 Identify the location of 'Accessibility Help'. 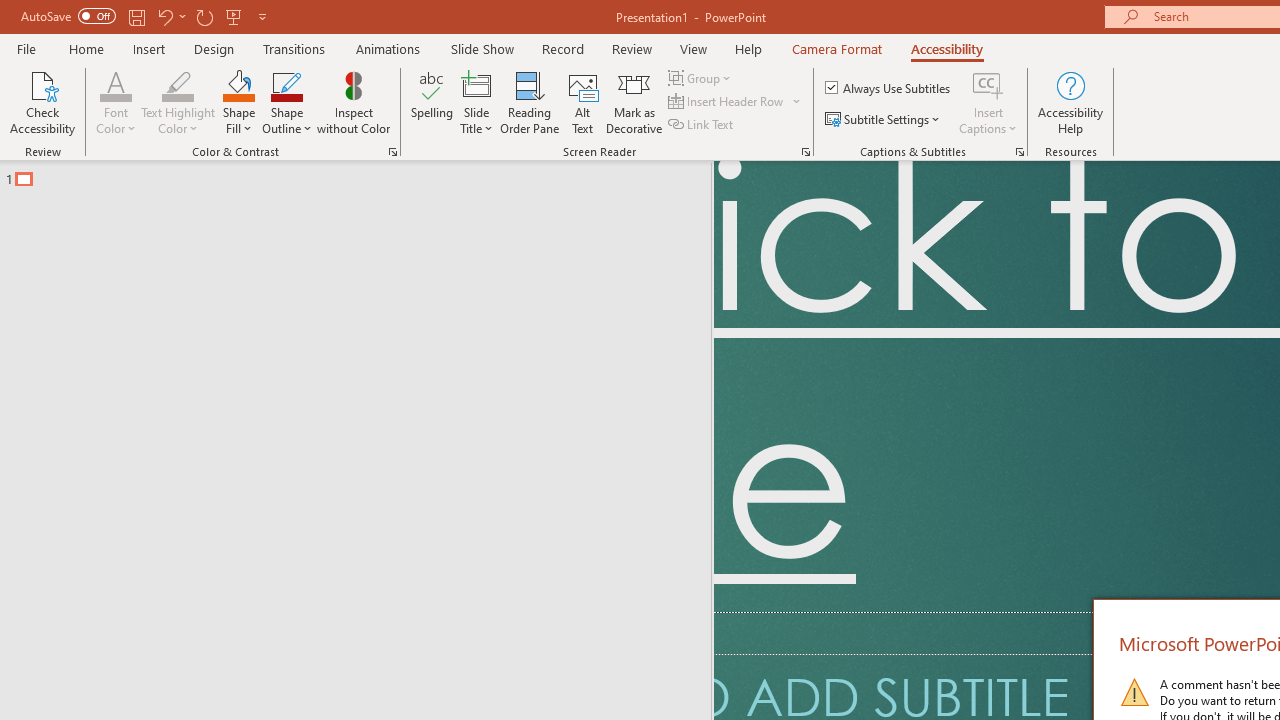
(1069, 103).